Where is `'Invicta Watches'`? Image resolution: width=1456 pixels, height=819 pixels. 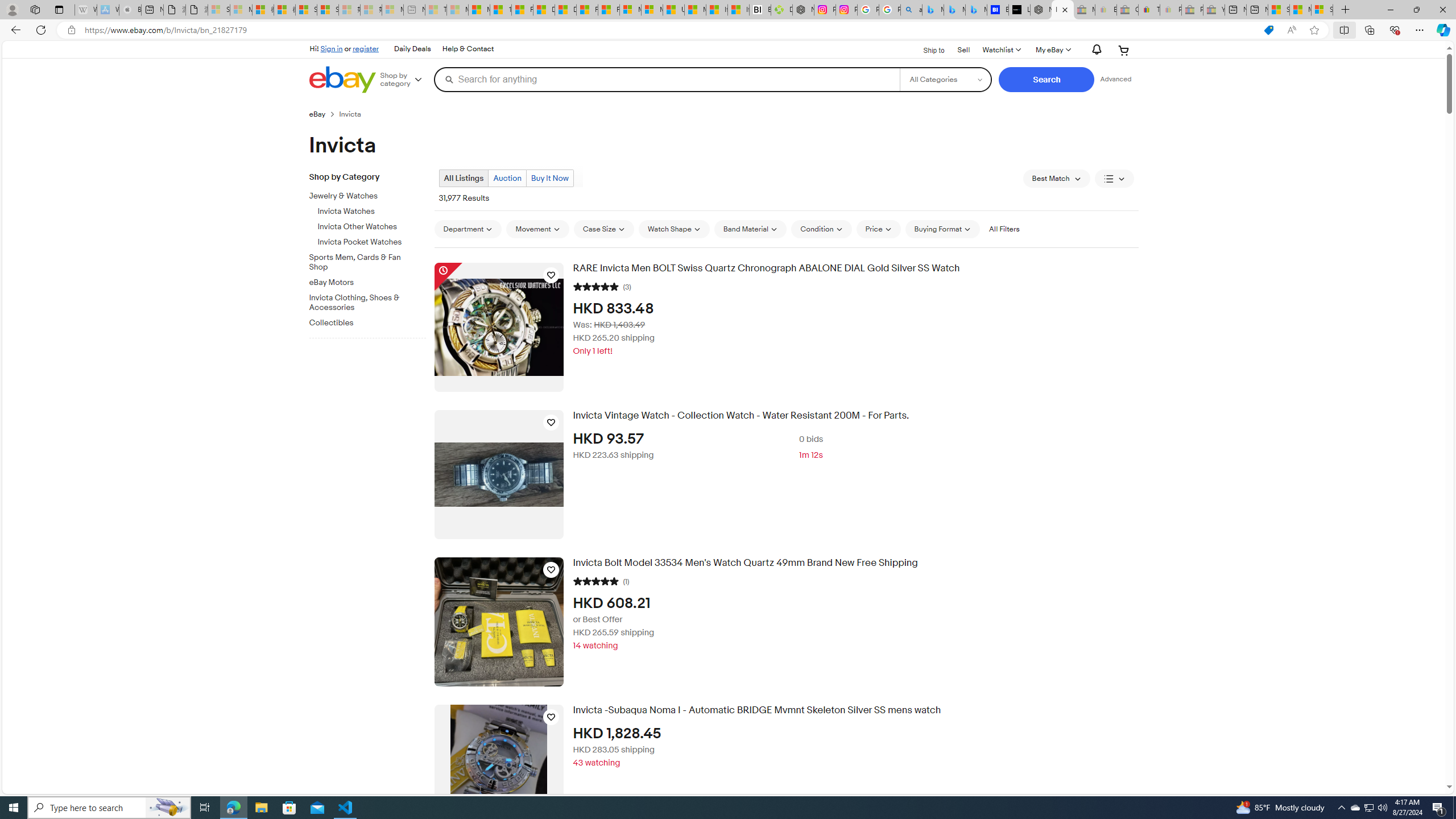
'Invicta Watches' is located at coordinates (371, 209).